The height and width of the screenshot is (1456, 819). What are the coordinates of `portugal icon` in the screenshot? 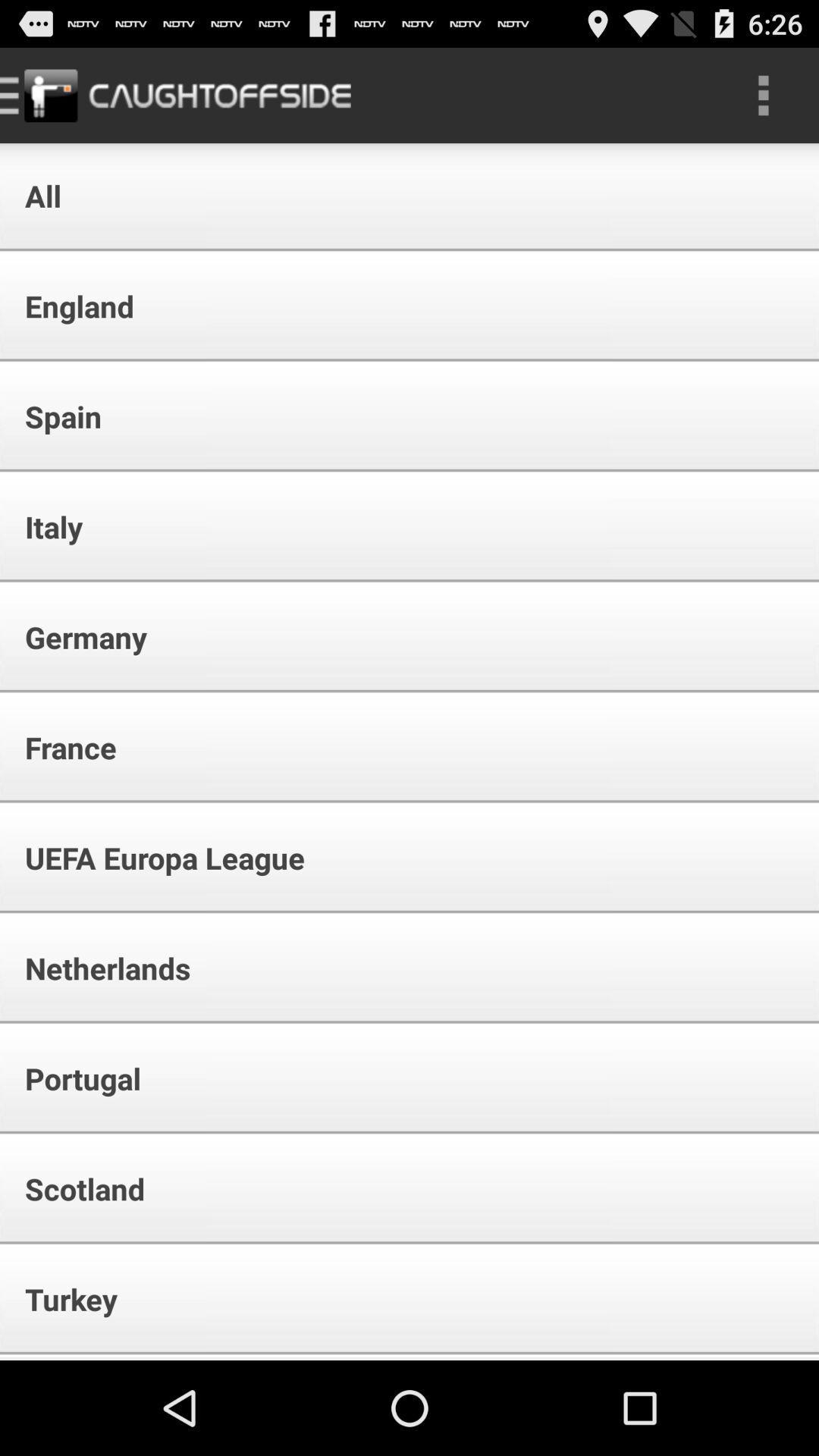 It's located at (73, 1078).